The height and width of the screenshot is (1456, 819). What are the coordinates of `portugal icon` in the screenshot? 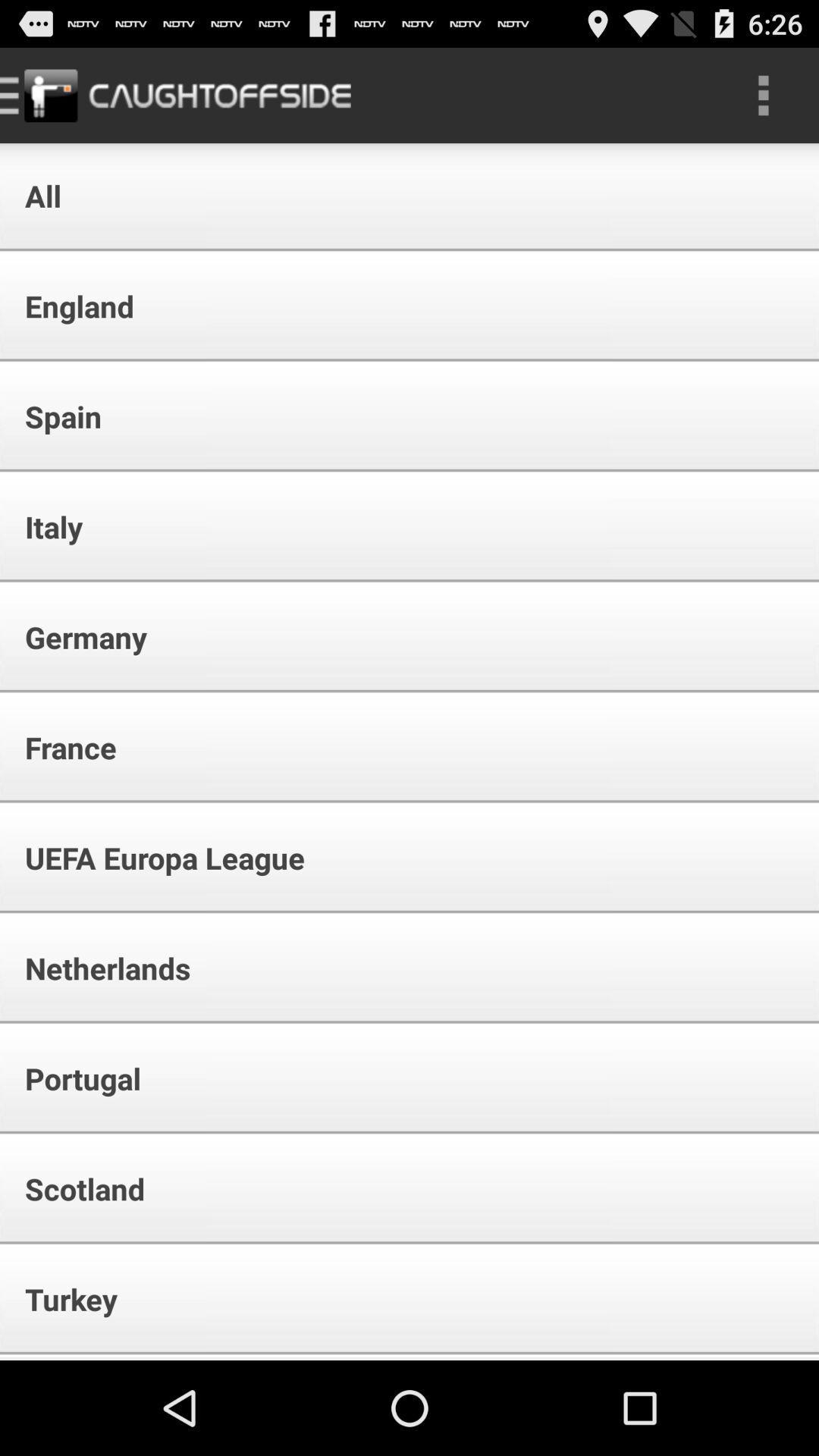 It's located at (73, 1078).